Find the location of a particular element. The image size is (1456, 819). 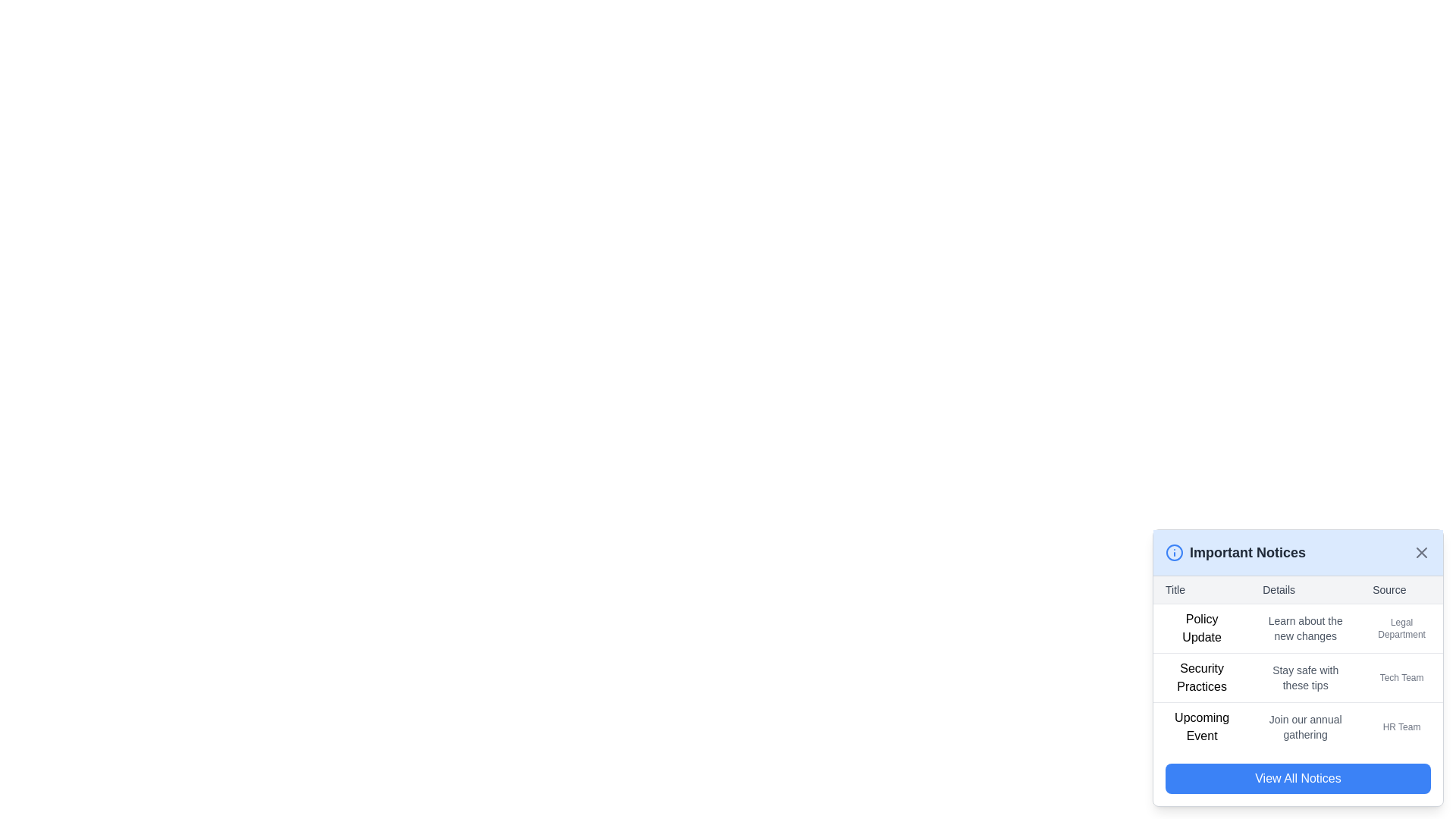

the button located at the top-right corner of the 'Important Notices' section to change its color is located at coordinates (1421, 553).